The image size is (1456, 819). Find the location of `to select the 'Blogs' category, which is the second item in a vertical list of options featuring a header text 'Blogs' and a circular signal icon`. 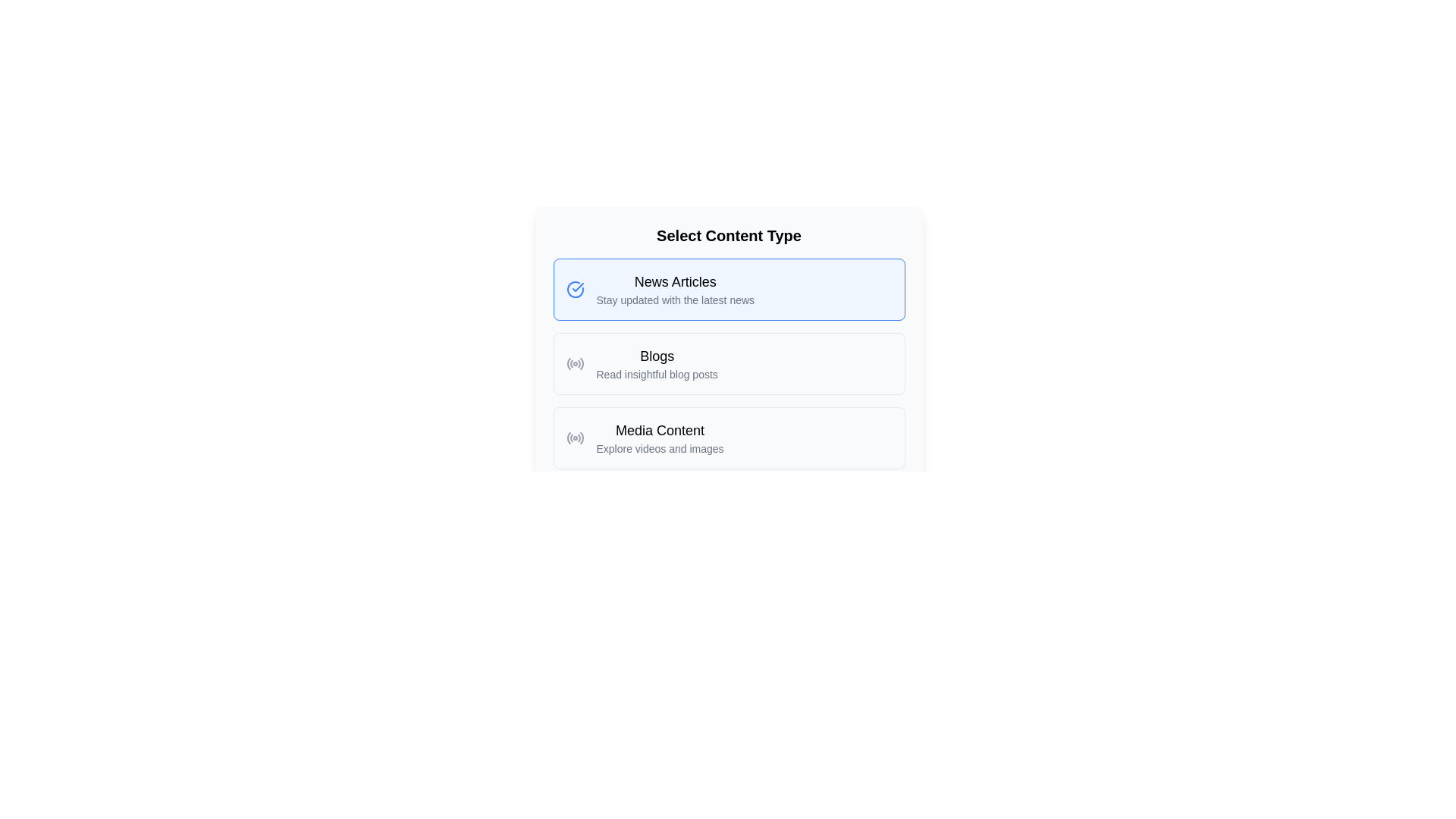

to select the 'Blogs' category, which is the second item in a vertical list of options featuring a header text 'Blogs' and a circular signal icon is located at coordinates (642, 363).